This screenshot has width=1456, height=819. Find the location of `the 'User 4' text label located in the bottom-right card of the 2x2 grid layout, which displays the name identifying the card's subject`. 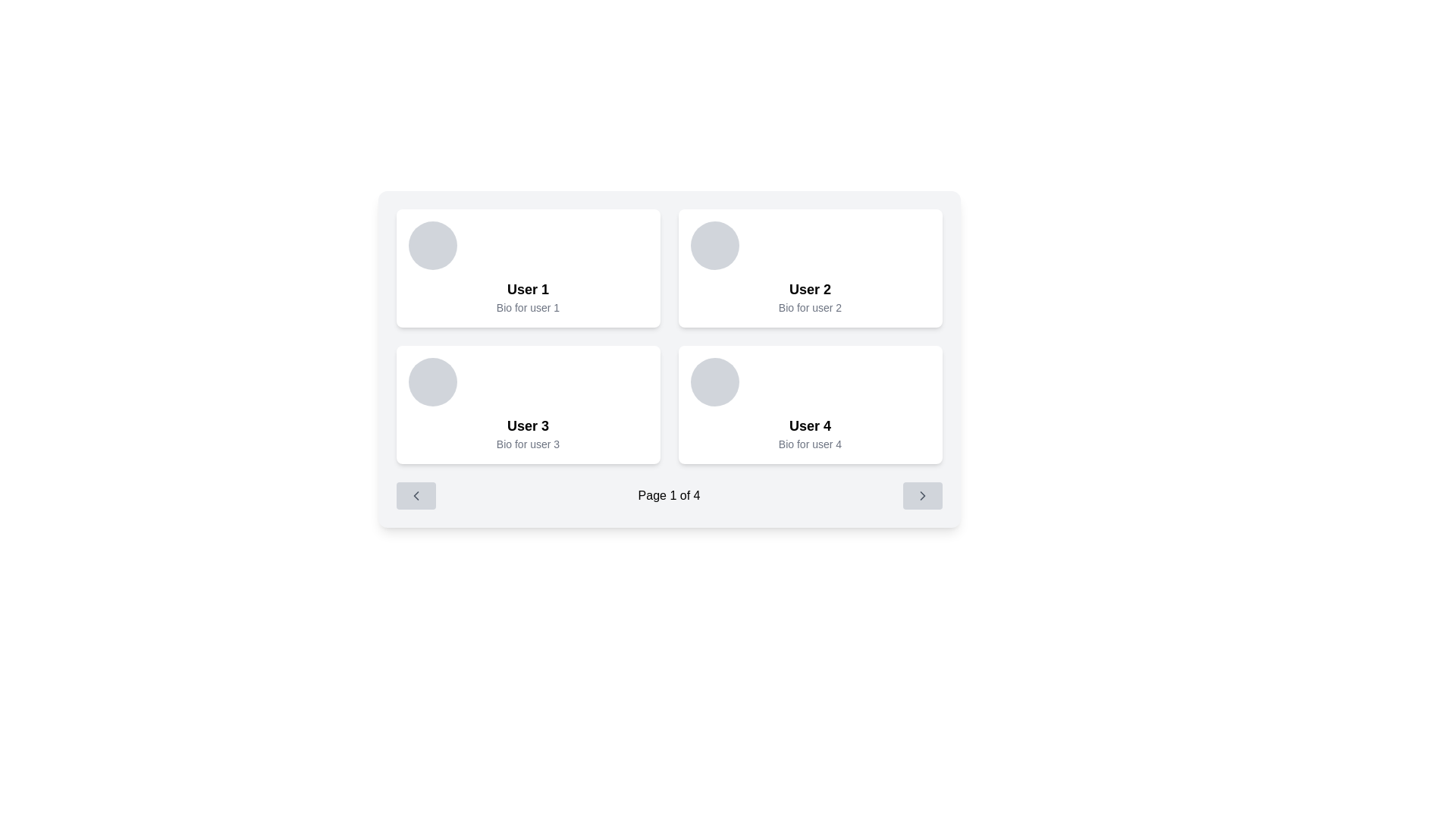

the 'User 4' text label located in the bottom-right card of the 2x2 grid layout, which displays the name identifying the card's subject is located at coordinates (809, 426).